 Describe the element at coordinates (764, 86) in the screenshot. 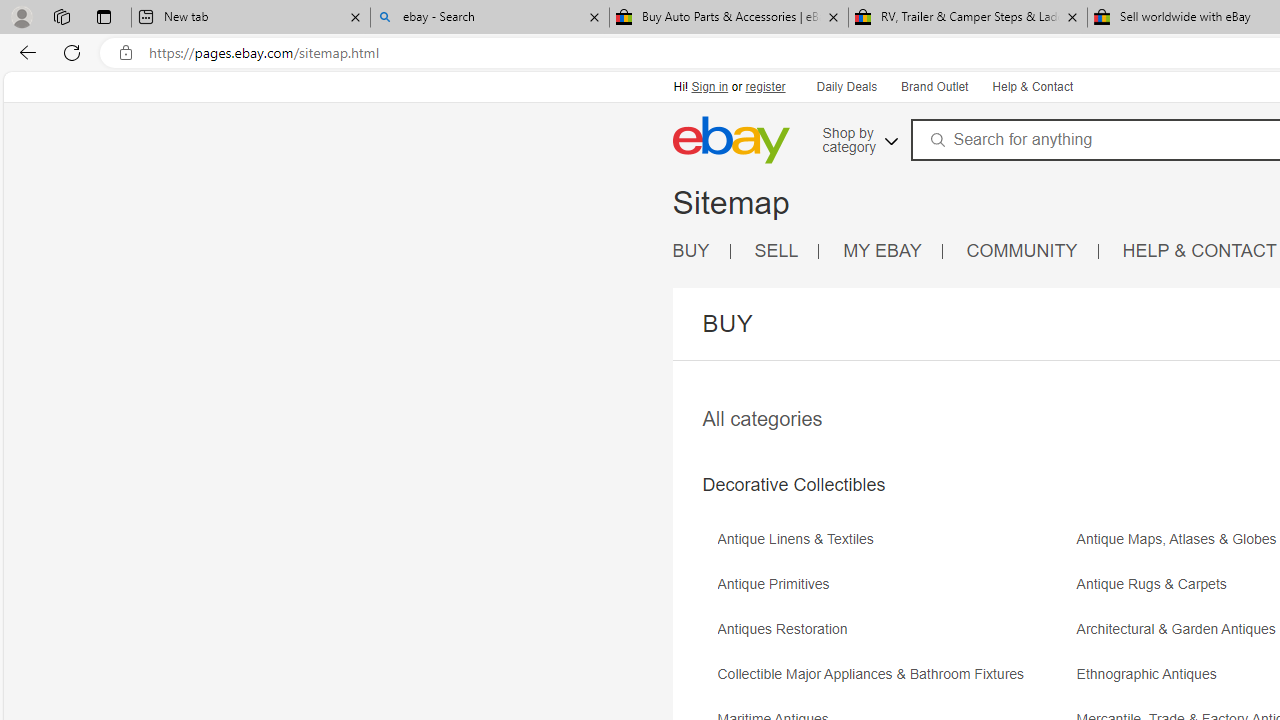

I see `'register'` at that location.